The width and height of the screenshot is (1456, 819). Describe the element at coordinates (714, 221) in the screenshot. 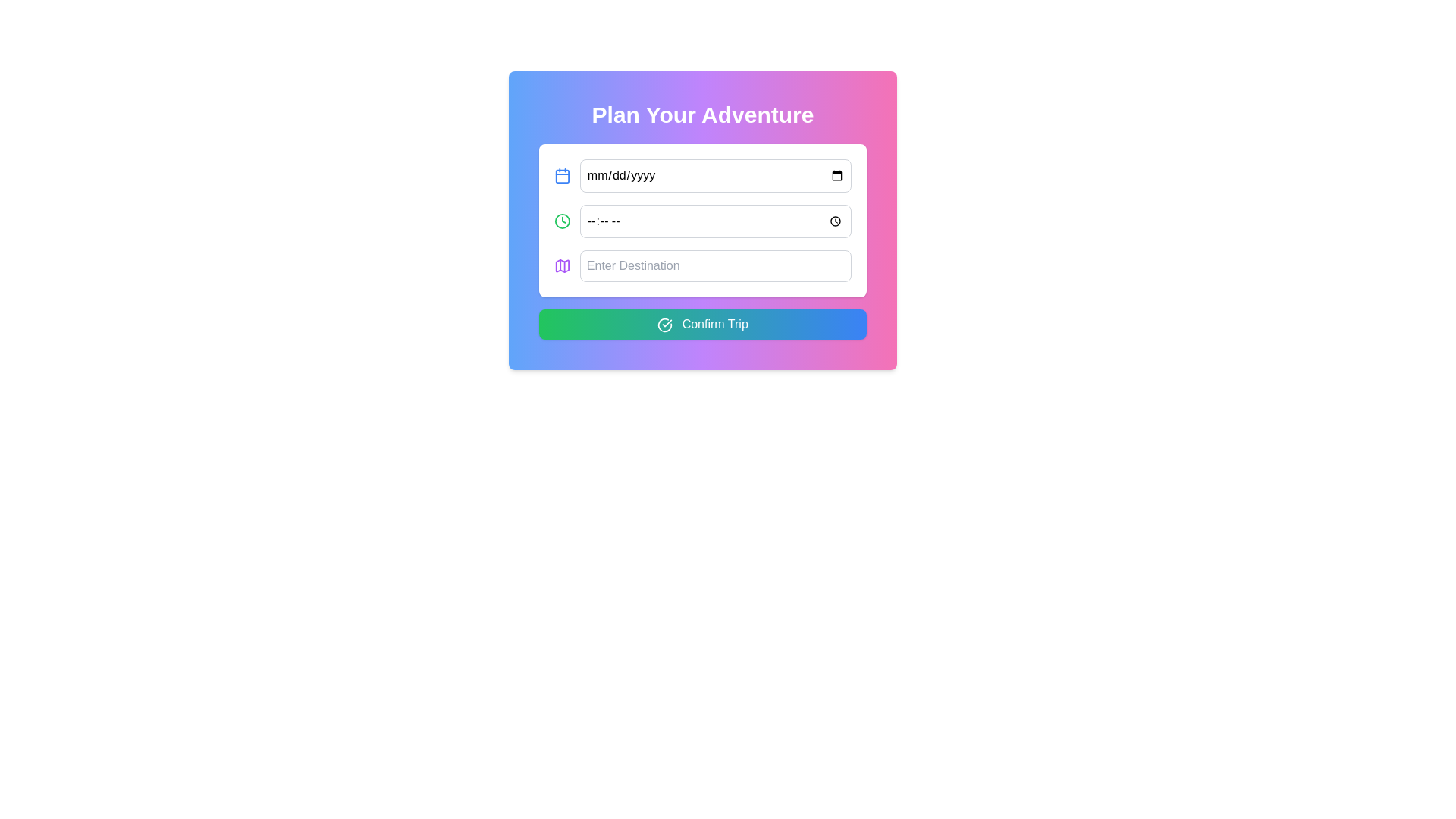

I see `a time using the popup selector from the empty rounded rectangular time input field located under the 'Plan Your Adventure' heading, positioned to the right of the green clock icon` at that location.